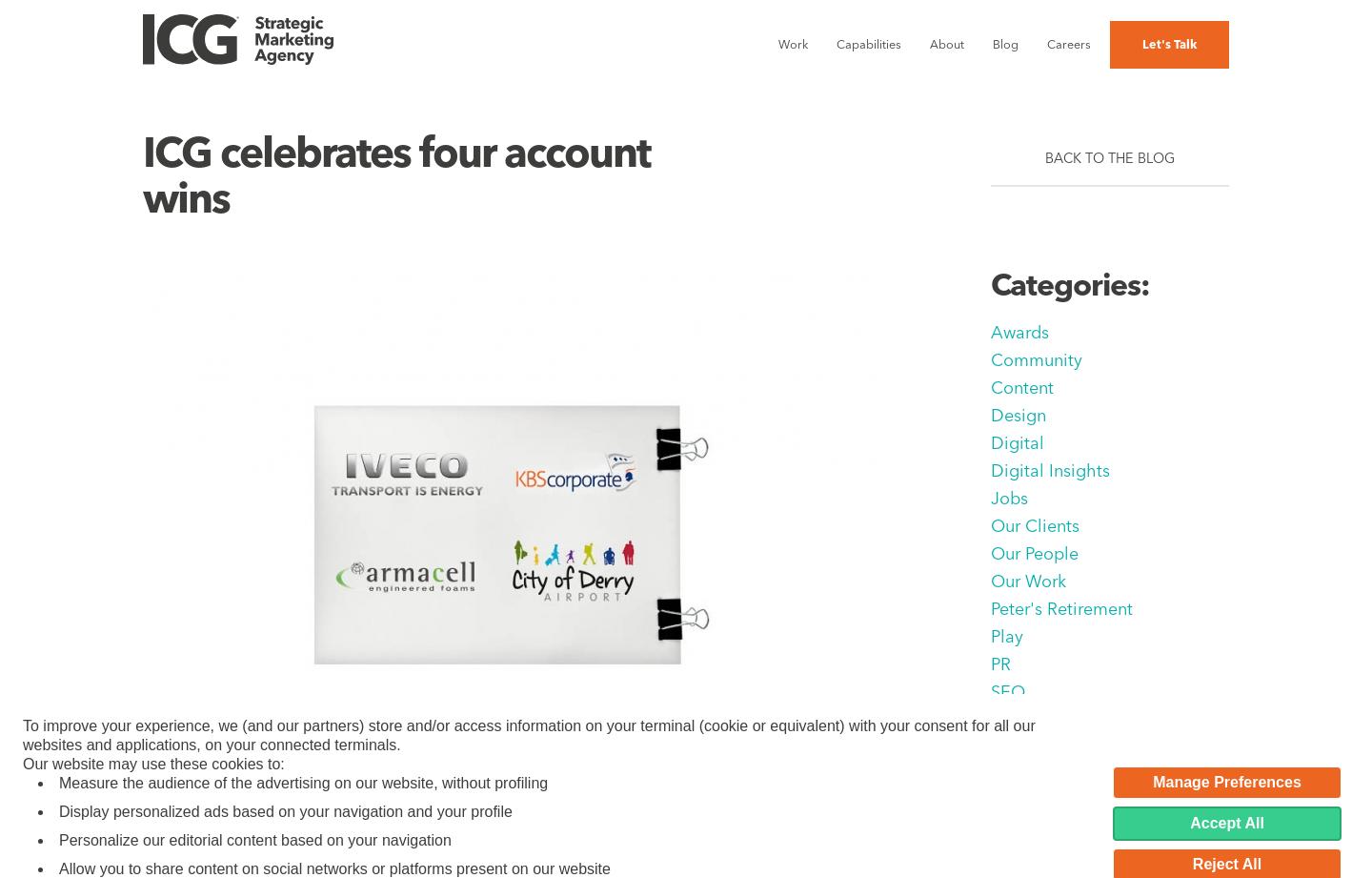 Image resolution: width=1372 pixels, height=878 pixels. Describe the element at coordinates (1005, 44) in the screenshot. I see `'Blog'` at that location.